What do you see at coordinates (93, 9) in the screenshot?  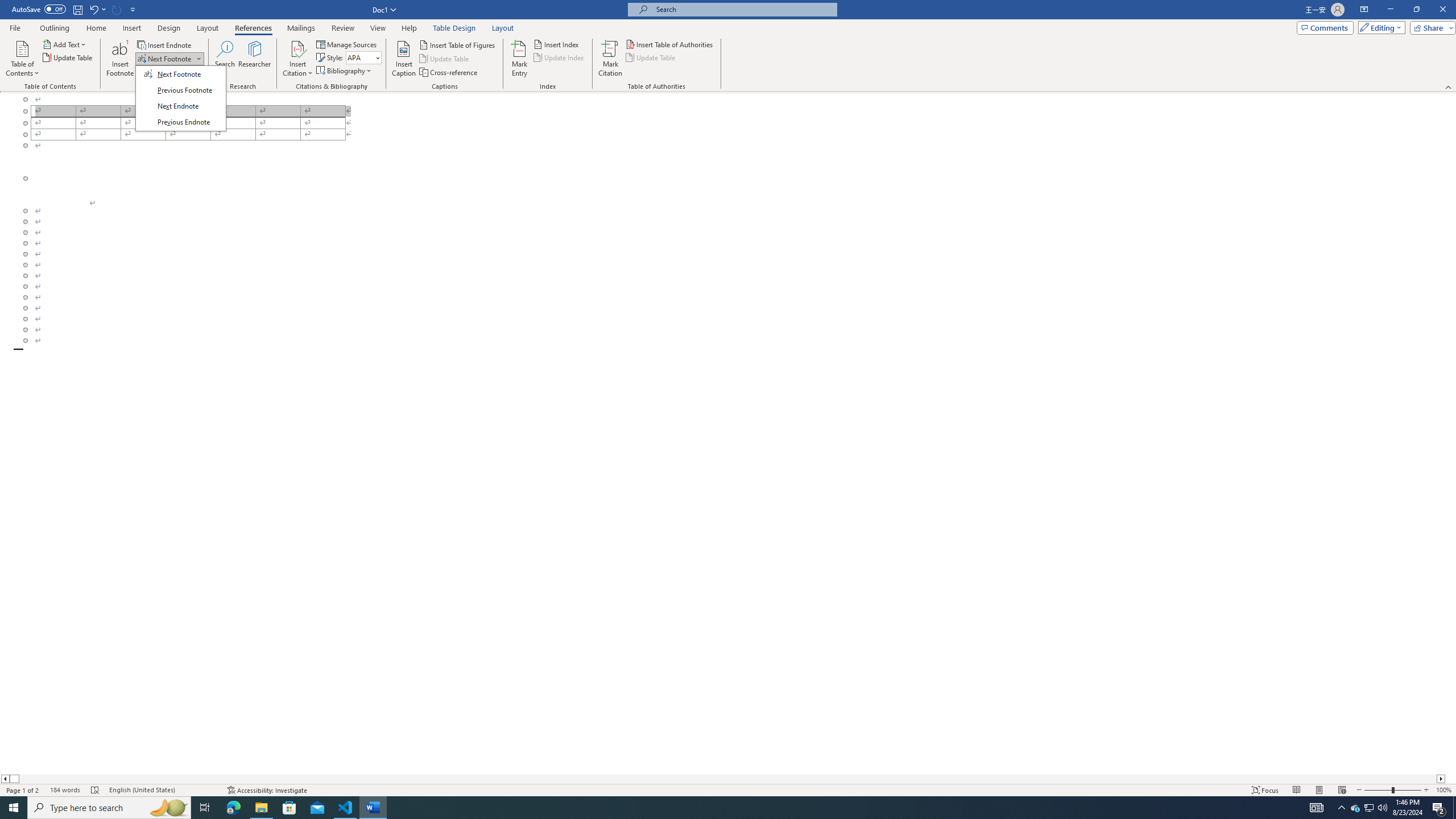 I see `'Undo Outline Move Up'` at bounding box center [93, 9].